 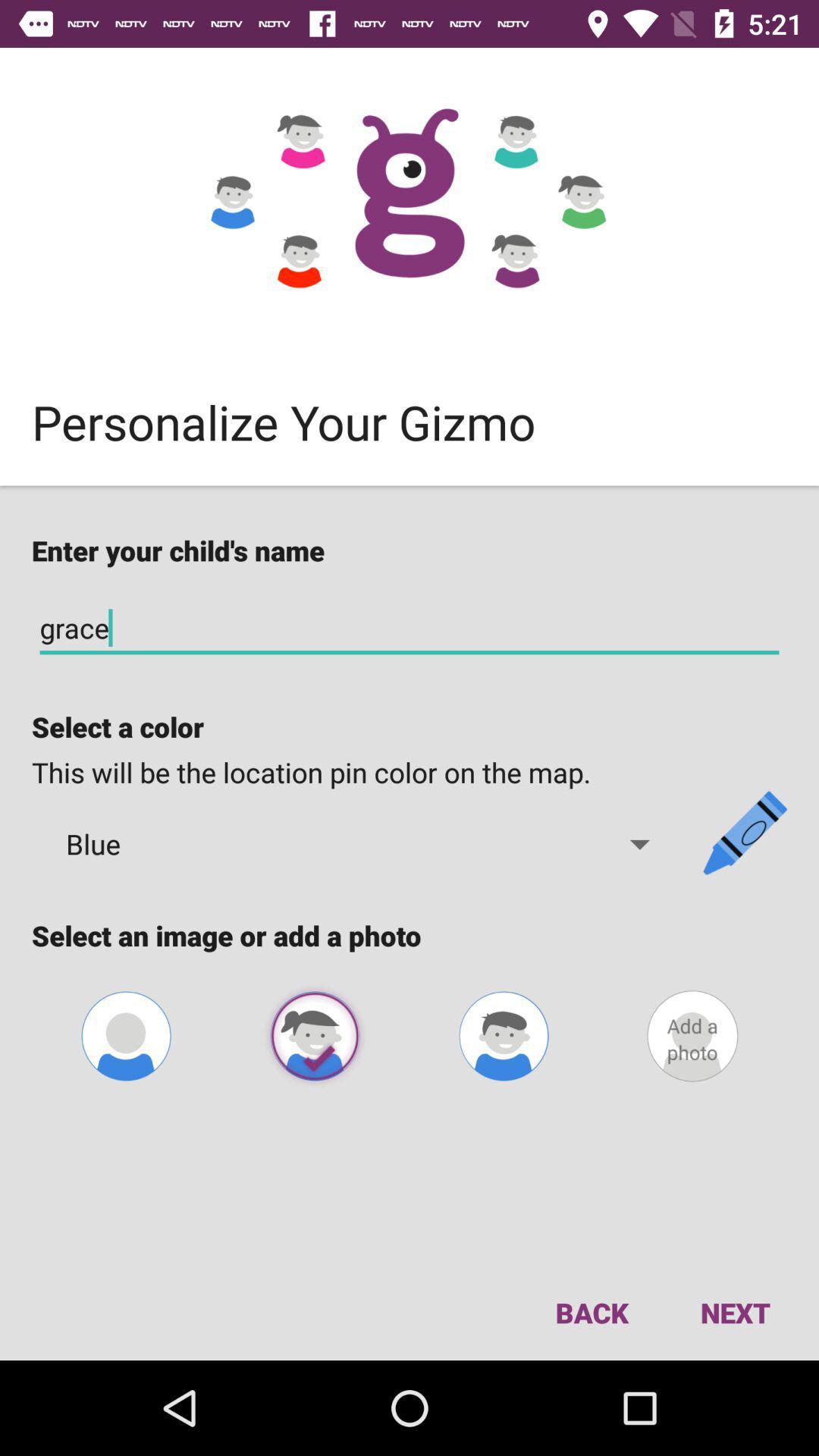 I want to click on contact, so click(x=125, y=1035).